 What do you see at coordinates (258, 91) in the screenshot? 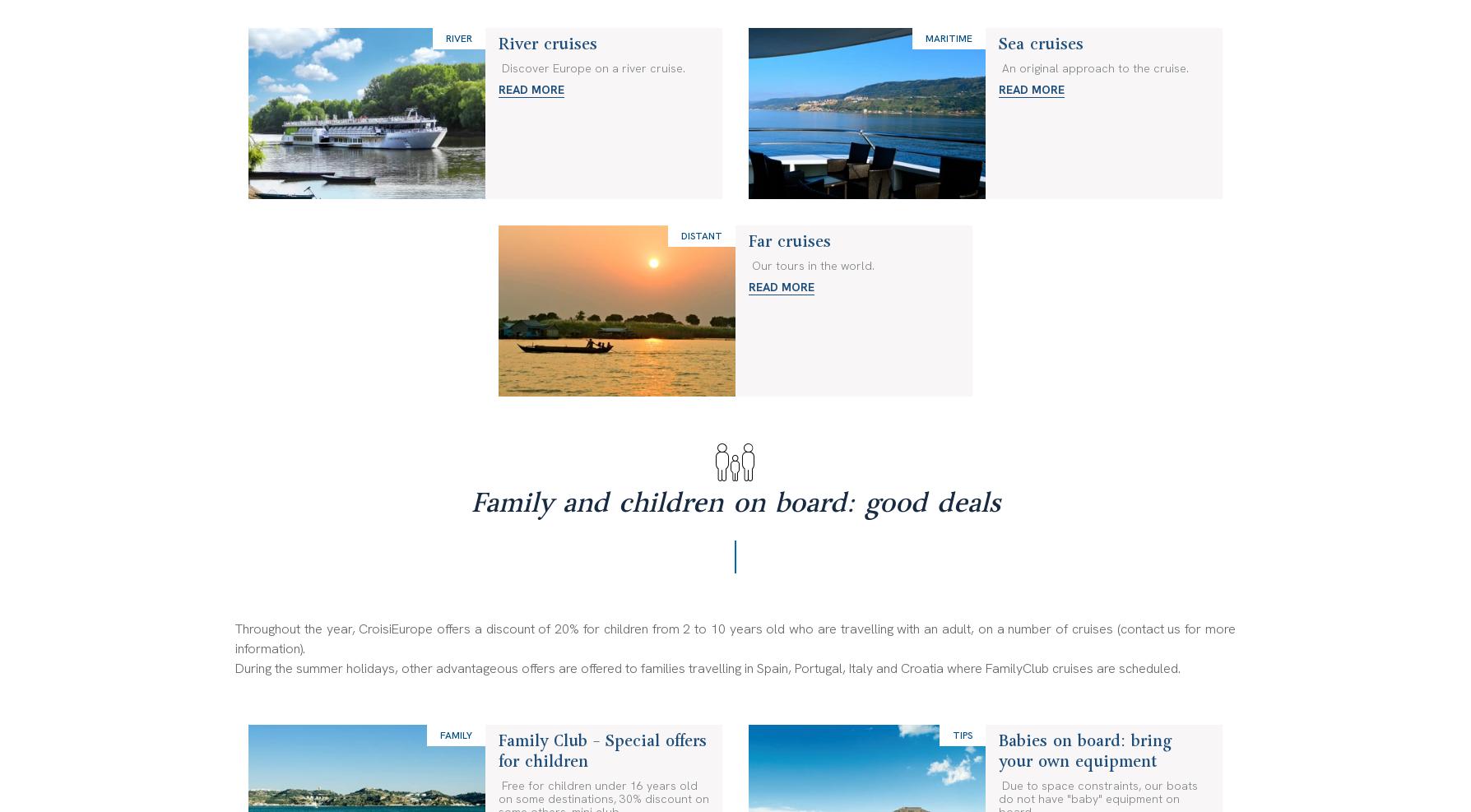
I see `'Our blog'` at bounding box center [258, 91].